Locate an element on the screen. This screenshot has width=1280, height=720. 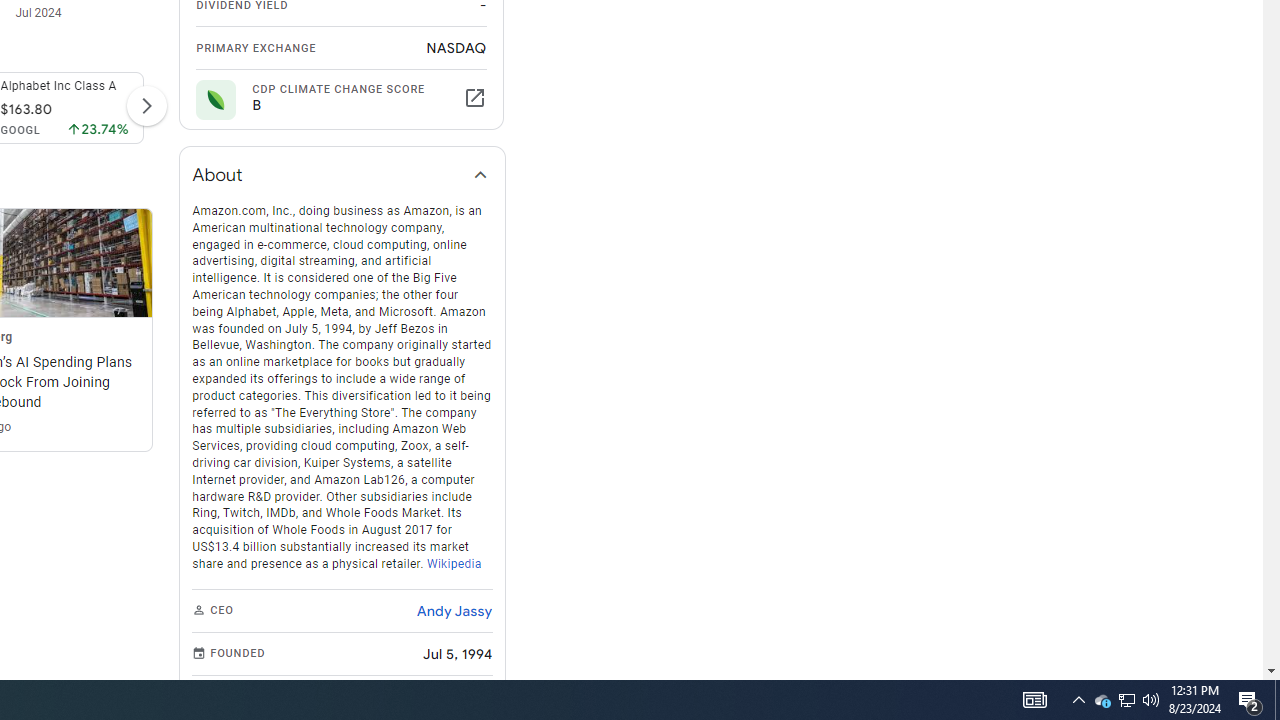
'Andy Jassy' is located at coordinates (453, 609).